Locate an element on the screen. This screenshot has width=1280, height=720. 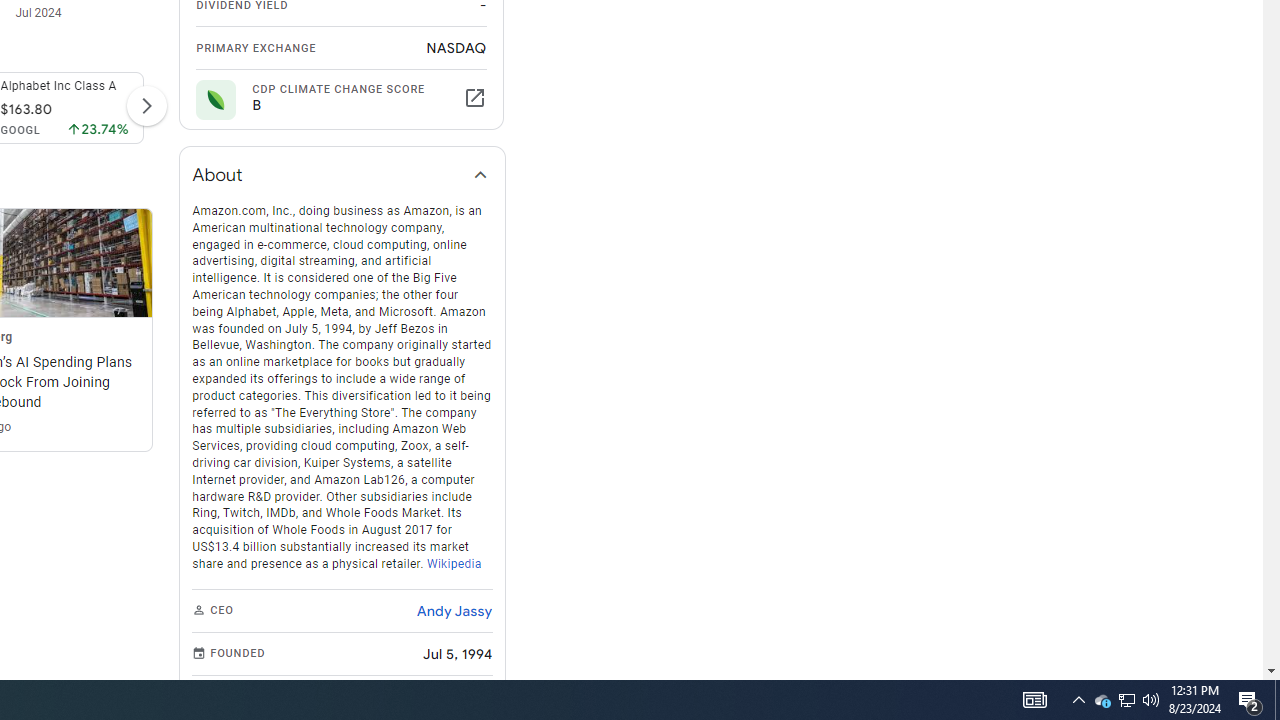
'Andy Jassy' is located at coordinates (453, 609).